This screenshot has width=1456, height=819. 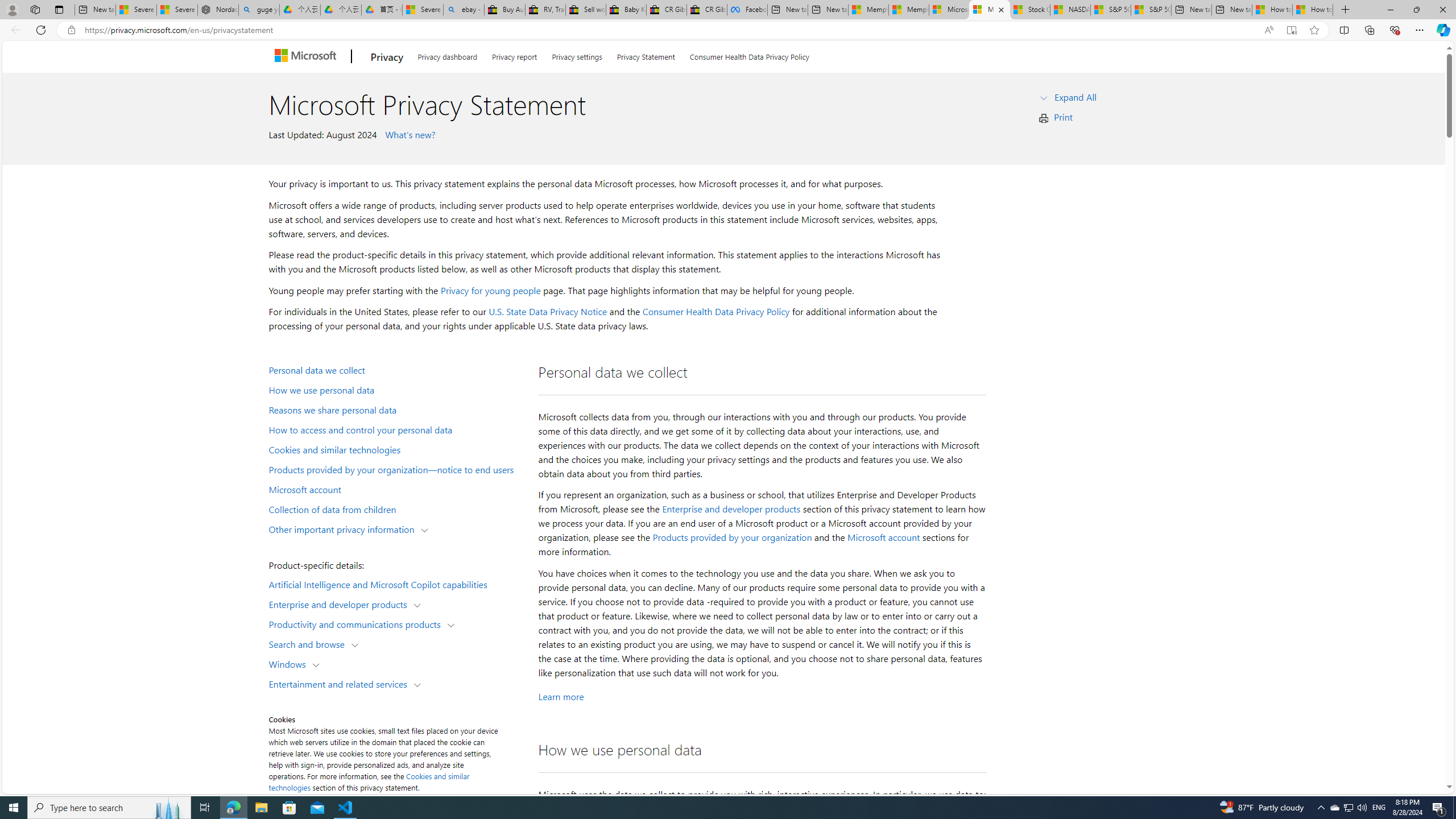 What do you see at coordinates (396, 409) in the screenshot?
I see `'Reasons we share personal data'` at bounding box center [396, 409].